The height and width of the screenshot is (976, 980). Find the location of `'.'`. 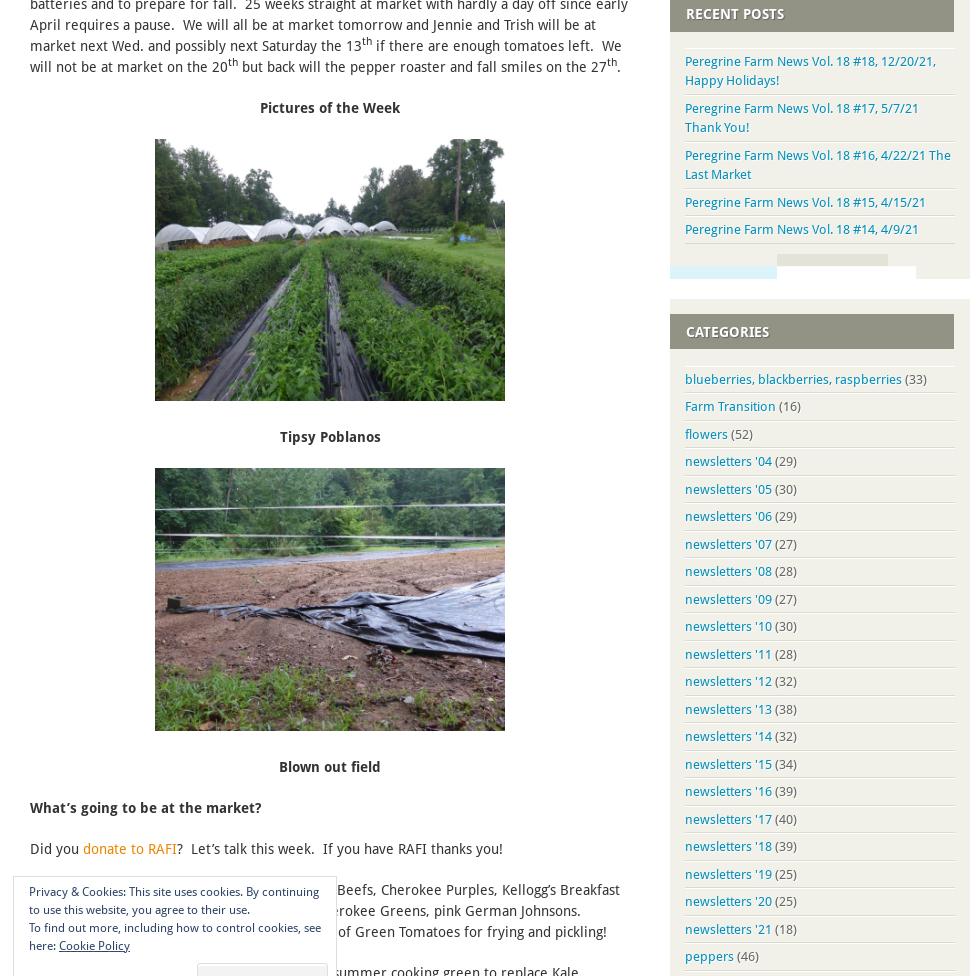

'.' is located at coordinates (617, 65).